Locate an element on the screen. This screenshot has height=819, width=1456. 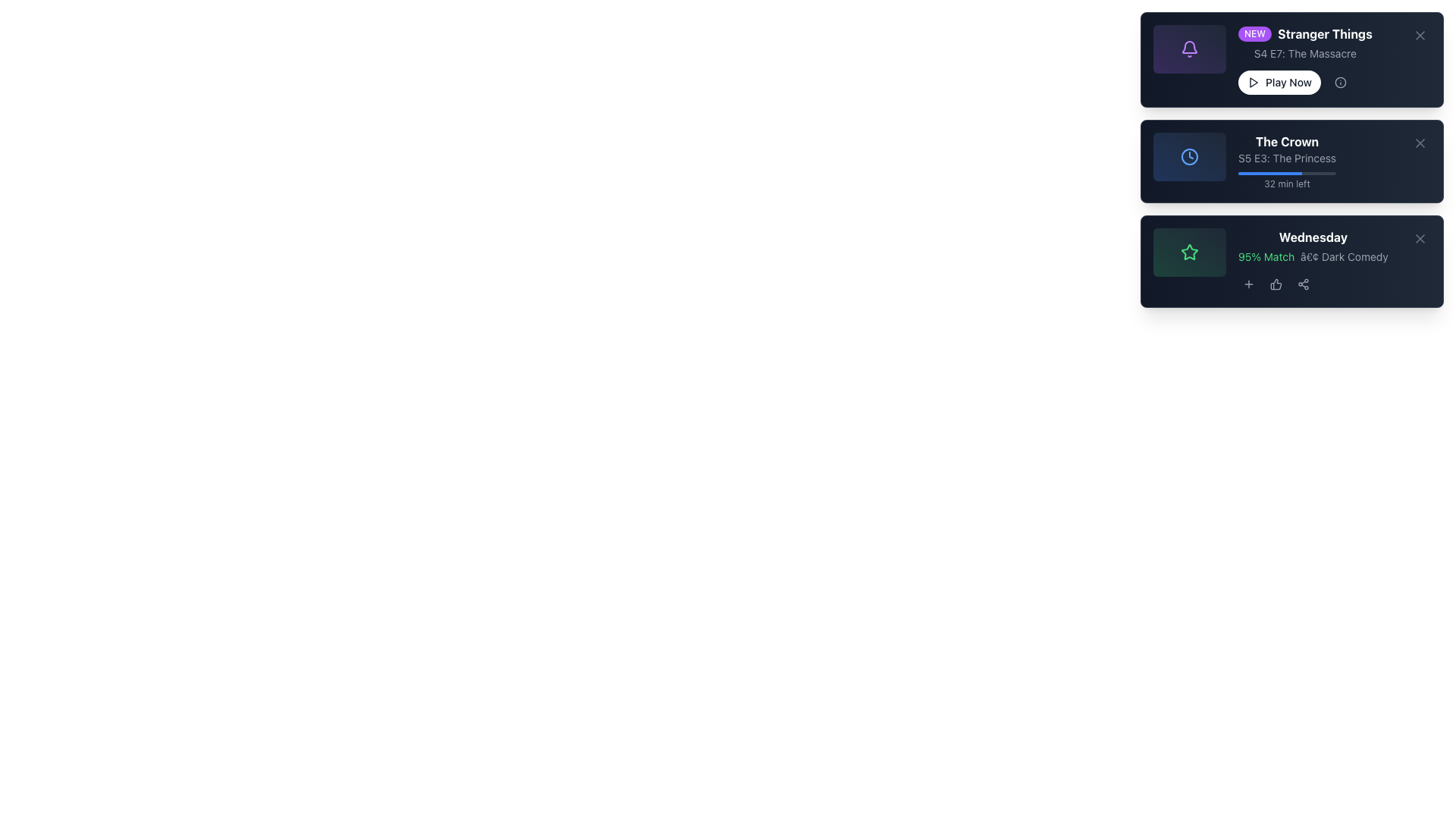
the play button located in the top-right corner of the interface to initiate media playback is located at coordinates (1253, 82).